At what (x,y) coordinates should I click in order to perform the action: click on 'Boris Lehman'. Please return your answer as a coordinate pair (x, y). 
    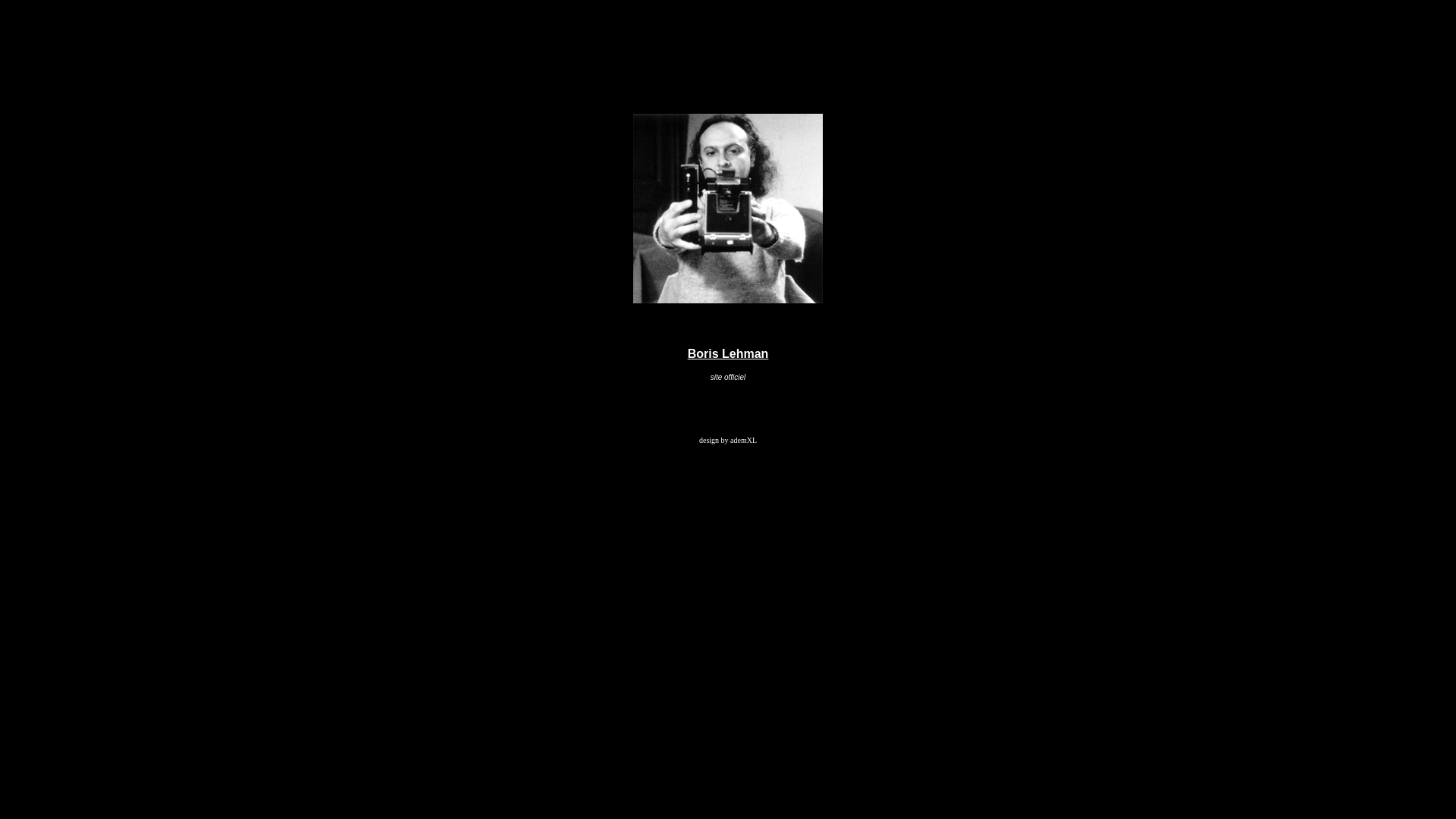
    Looking at the image, I should click on (728, 353).